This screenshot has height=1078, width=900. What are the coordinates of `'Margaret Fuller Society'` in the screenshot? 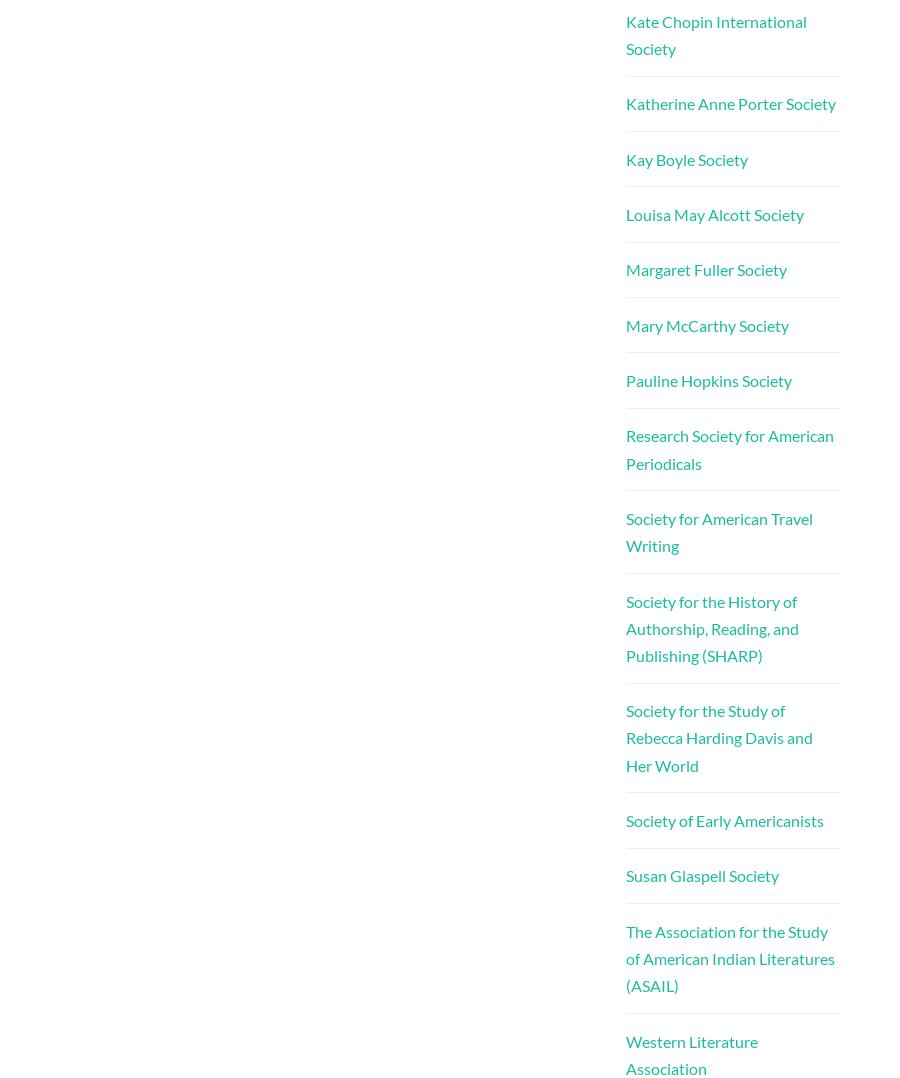 It's located at (704, 268).